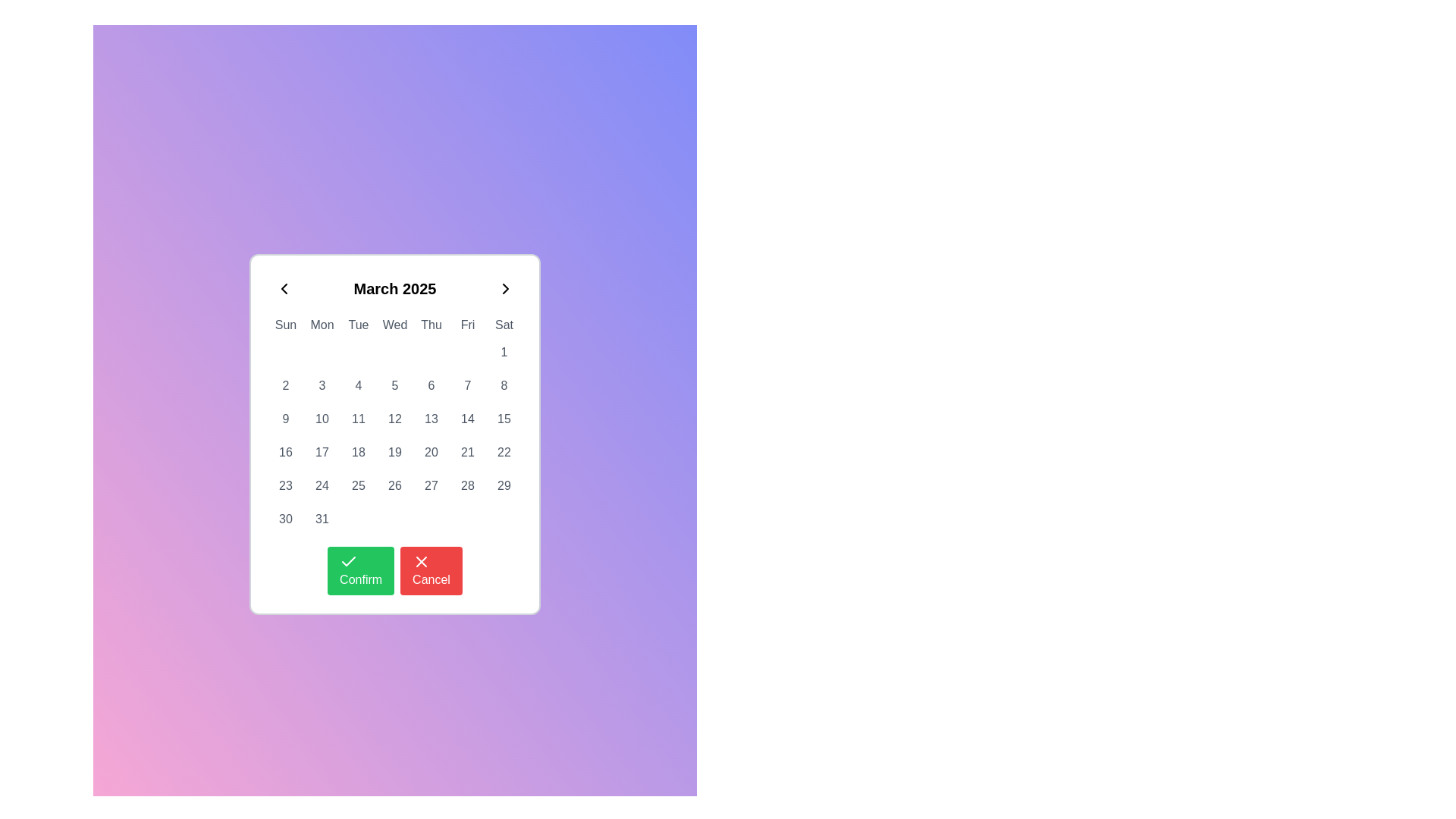  I want to click on the static text display that shows the currently selected month and year in the calendar widget, positioned at the top of the calendar interface, so click(395, 289).